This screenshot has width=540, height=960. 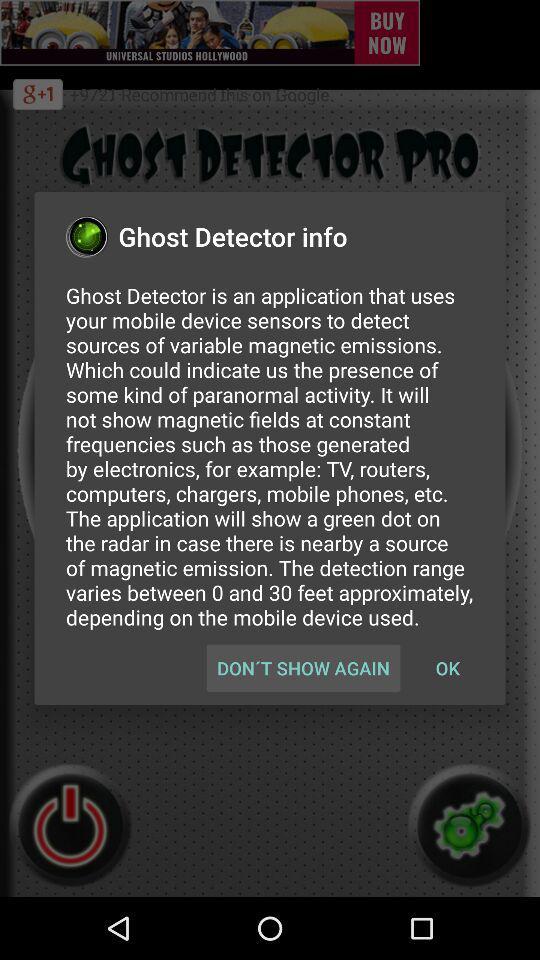 What do you see at coordinates (302, 668) in the screenshot?
I see `button to the left of the ok icon` at bounding box center [302, 668].